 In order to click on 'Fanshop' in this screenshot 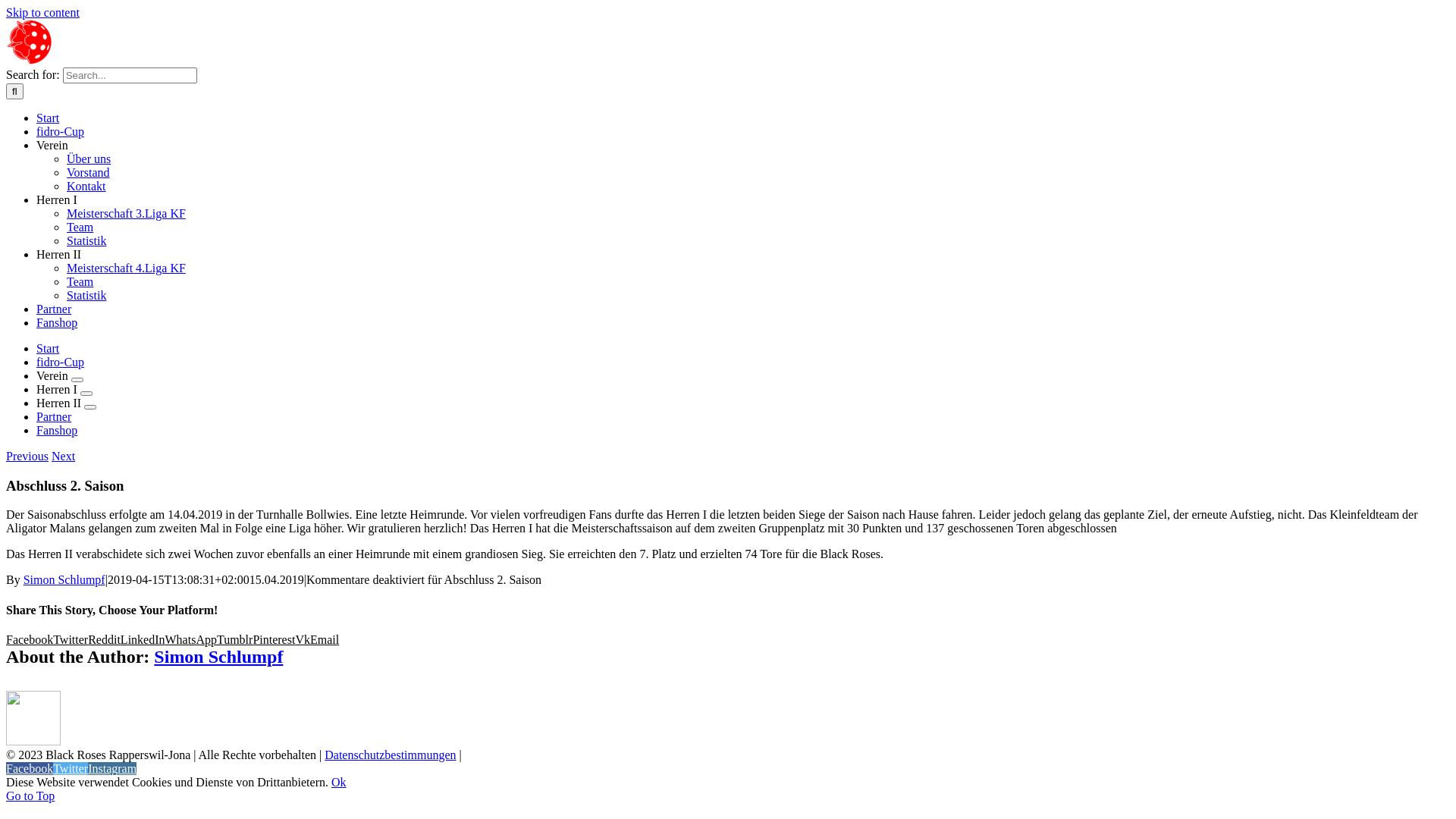, I will do `click(57, 322)`.